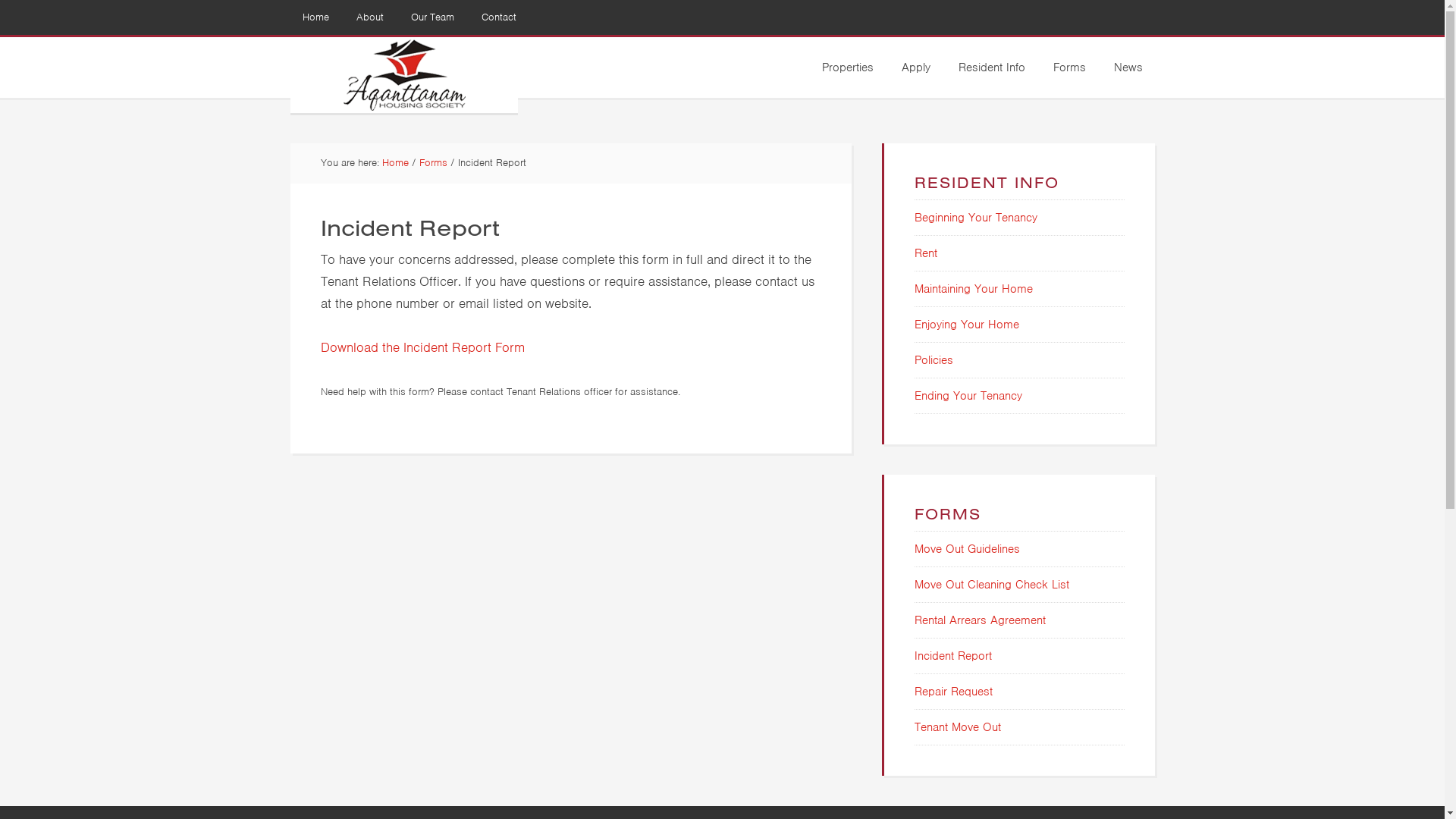  What do you see at coordinates (498, 17) in the screenshot?
I see `'Contact'` at bounding box center [498, 17].